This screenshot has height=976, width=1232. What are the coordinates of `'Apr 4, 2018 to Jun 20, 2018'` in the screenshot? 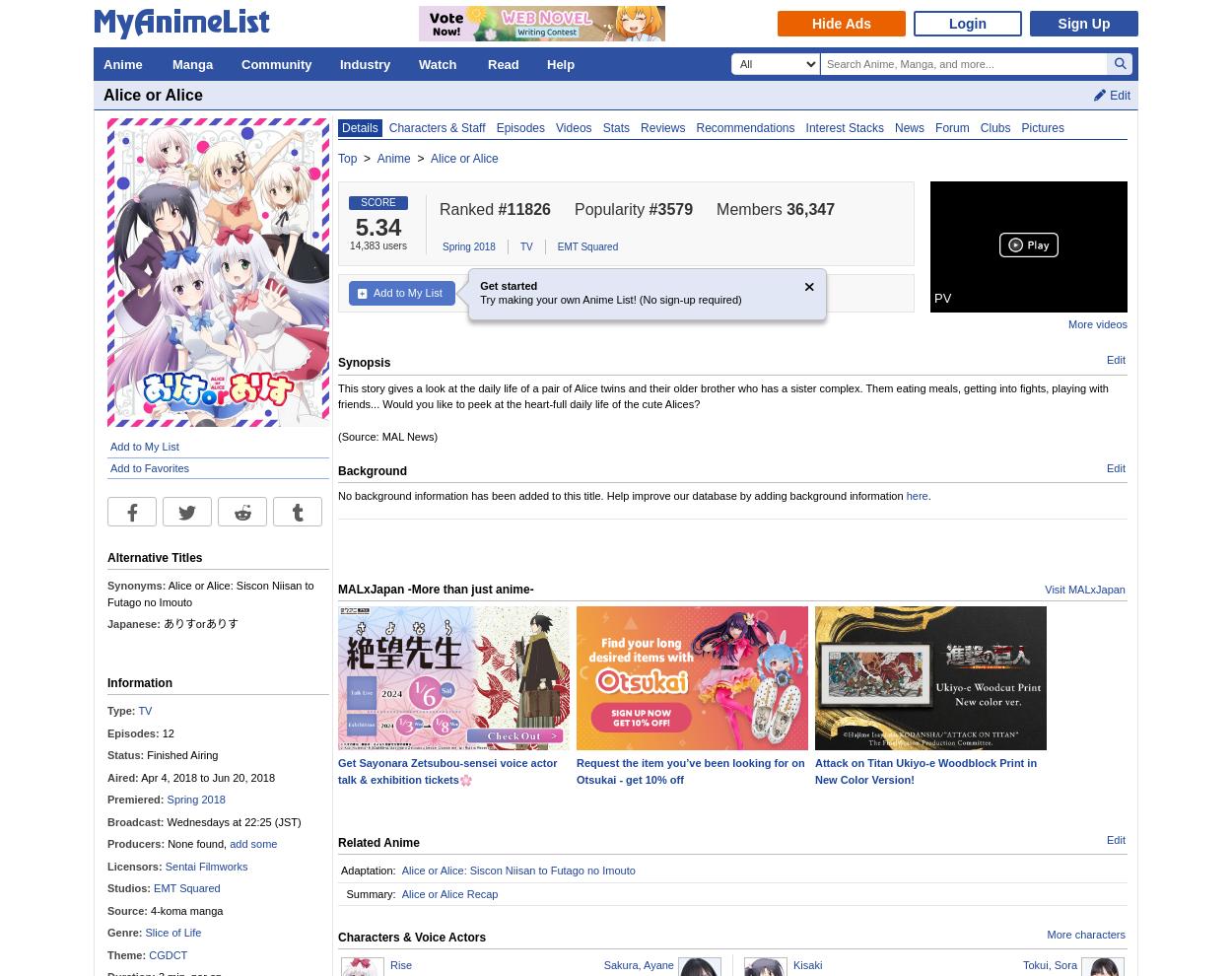 It's located at (205, 777).